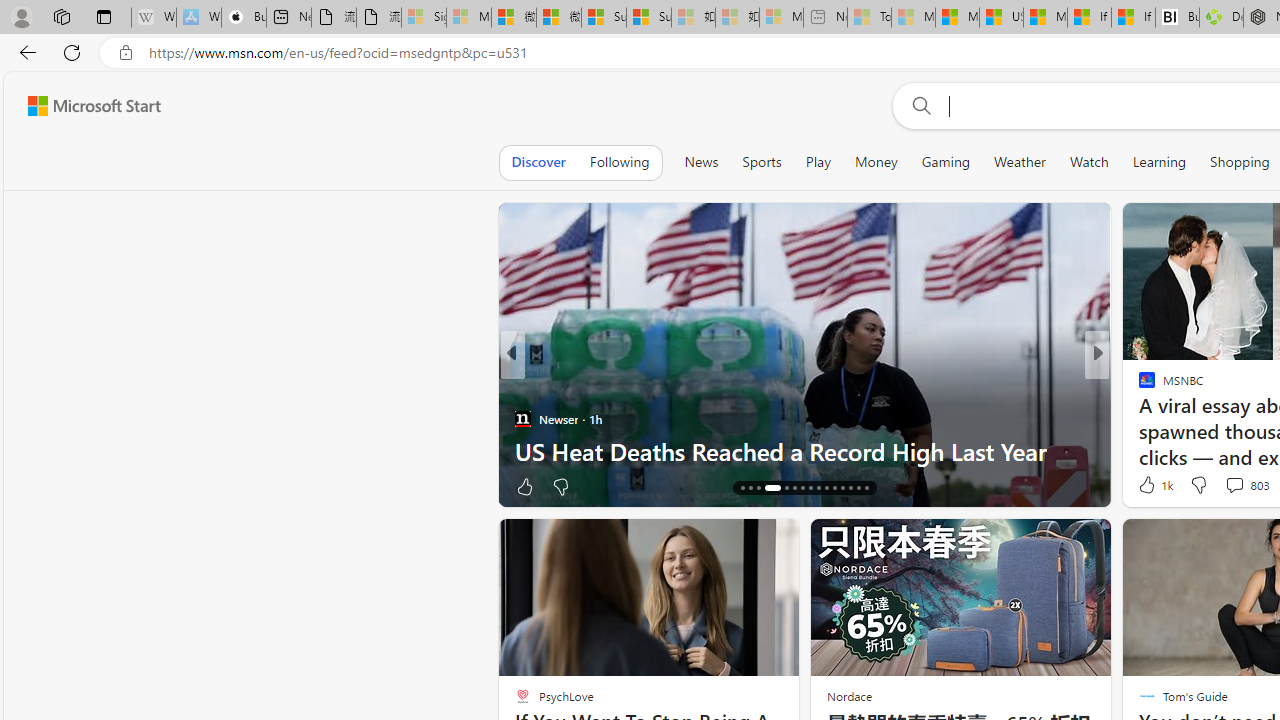 The image size is (1280, 720). What do you see at coordinates (1145, 486) in the screenshot?
I see `'8 Like'` at bounding box center [1145, 486].